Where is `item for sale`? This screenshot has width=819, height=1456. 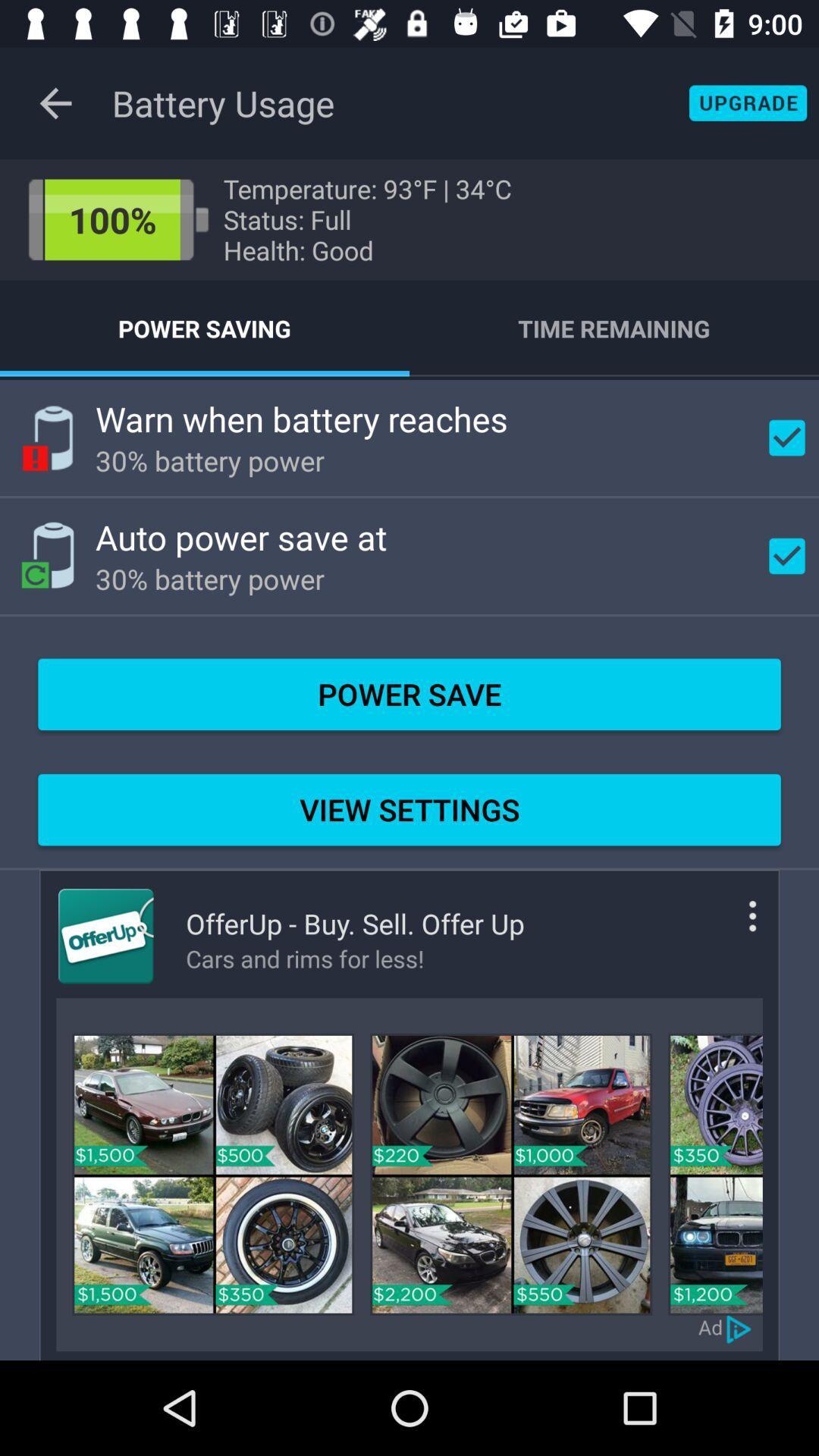
item for sale is located at coordinates (715, 1173).